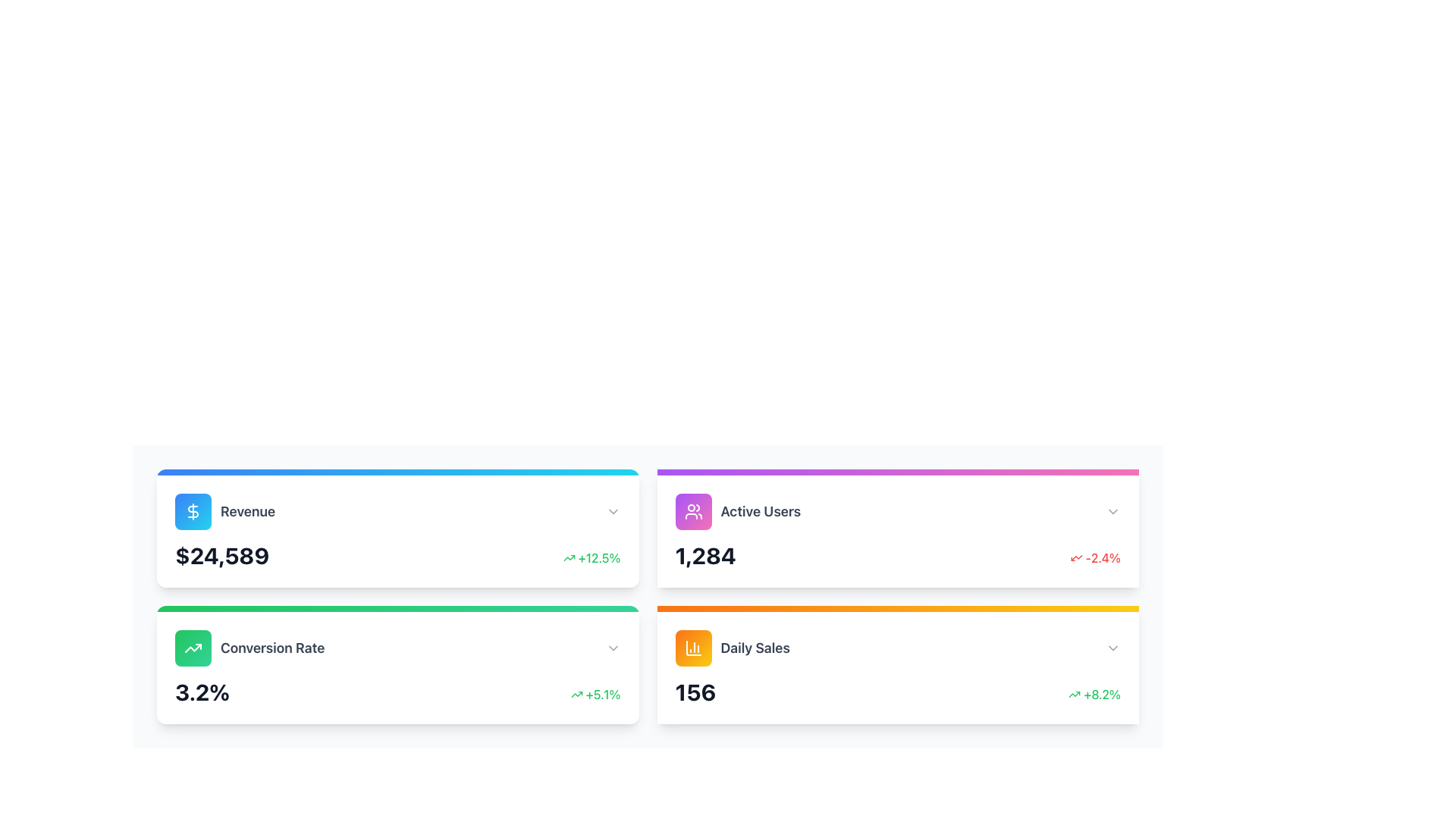 Image resolution: width=1456 pixels, height=819 pixels. I want to click on the decorative icon representing user activity, located left of the 'Active Users' text within the card in the top-right quadrant of the card grid, so click(692, 512).